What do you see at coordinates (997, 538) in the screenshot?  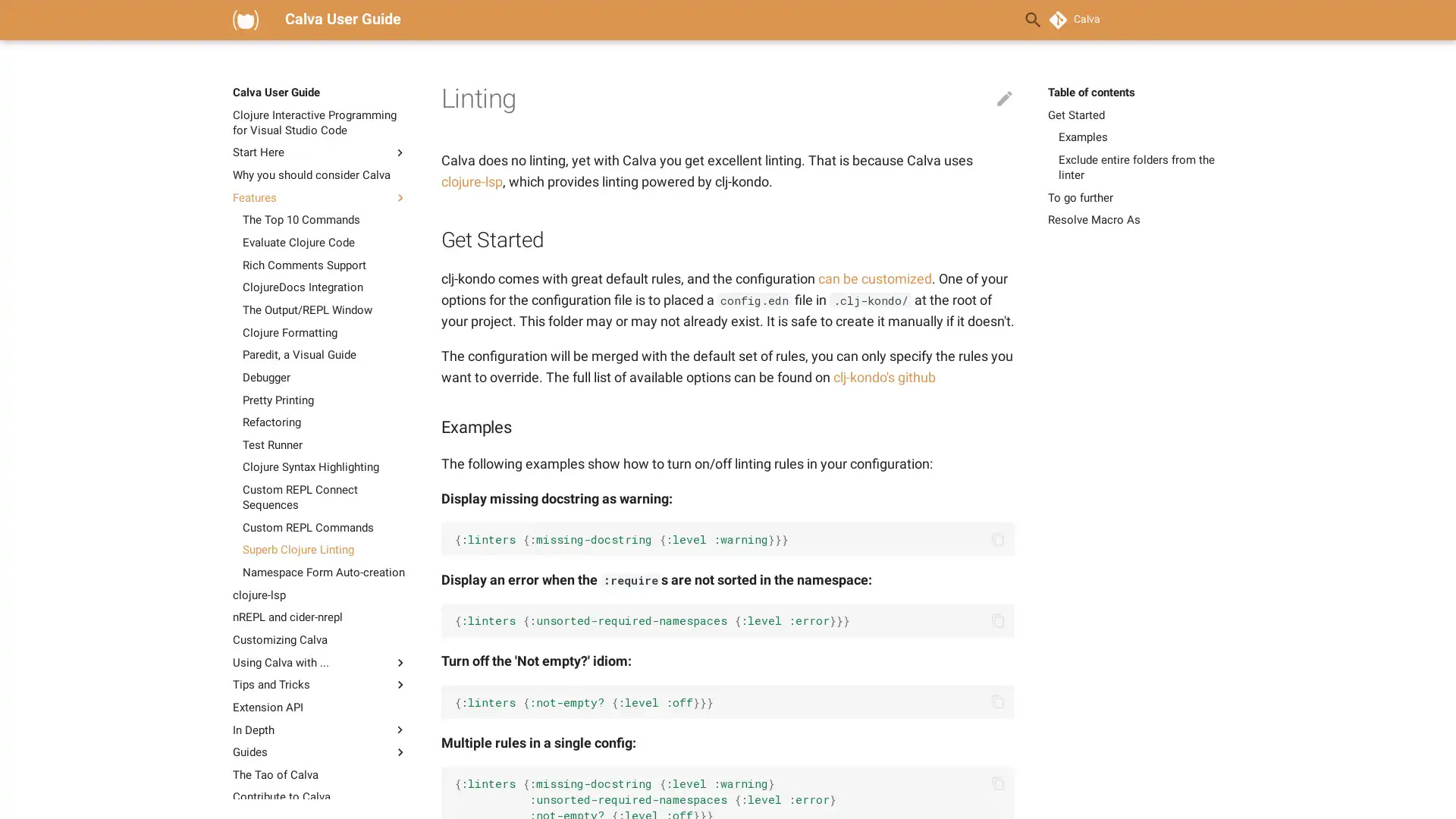 I see `Copy to clipboard` at bounding box center [997, 538].